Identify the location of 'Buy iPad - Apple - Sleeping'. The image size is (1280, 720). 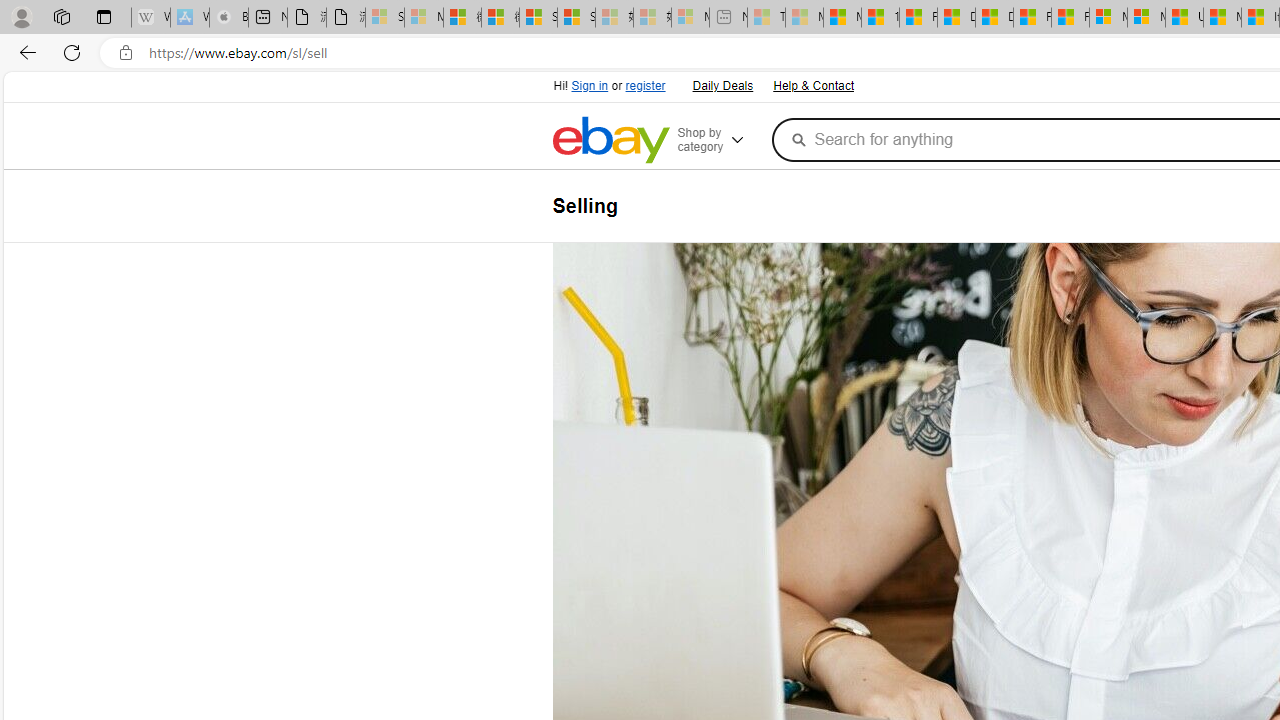
(229, 17).